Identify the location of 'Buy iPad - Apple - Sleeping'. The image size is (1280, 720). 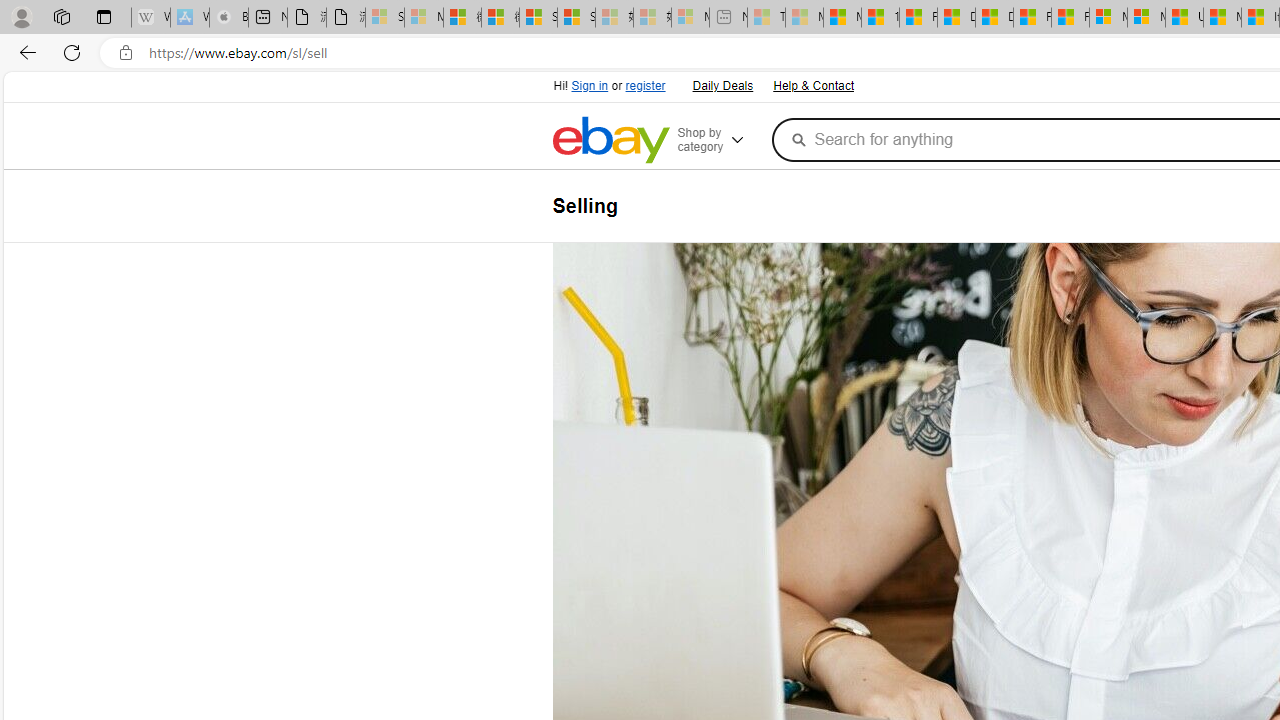
(229, 17).